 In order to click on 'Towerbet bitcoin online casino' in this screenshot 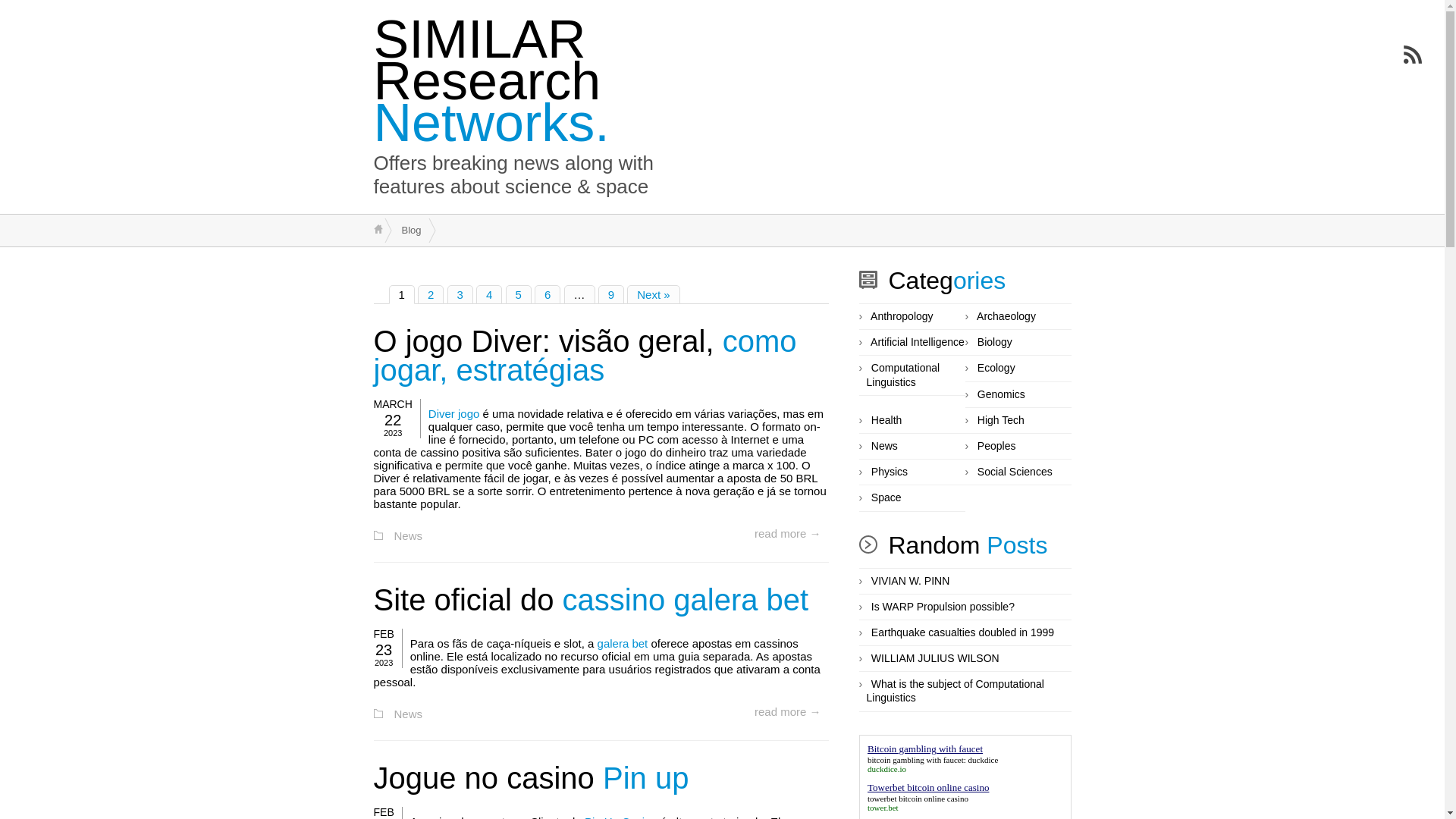, I will do `click(927, 786)`.